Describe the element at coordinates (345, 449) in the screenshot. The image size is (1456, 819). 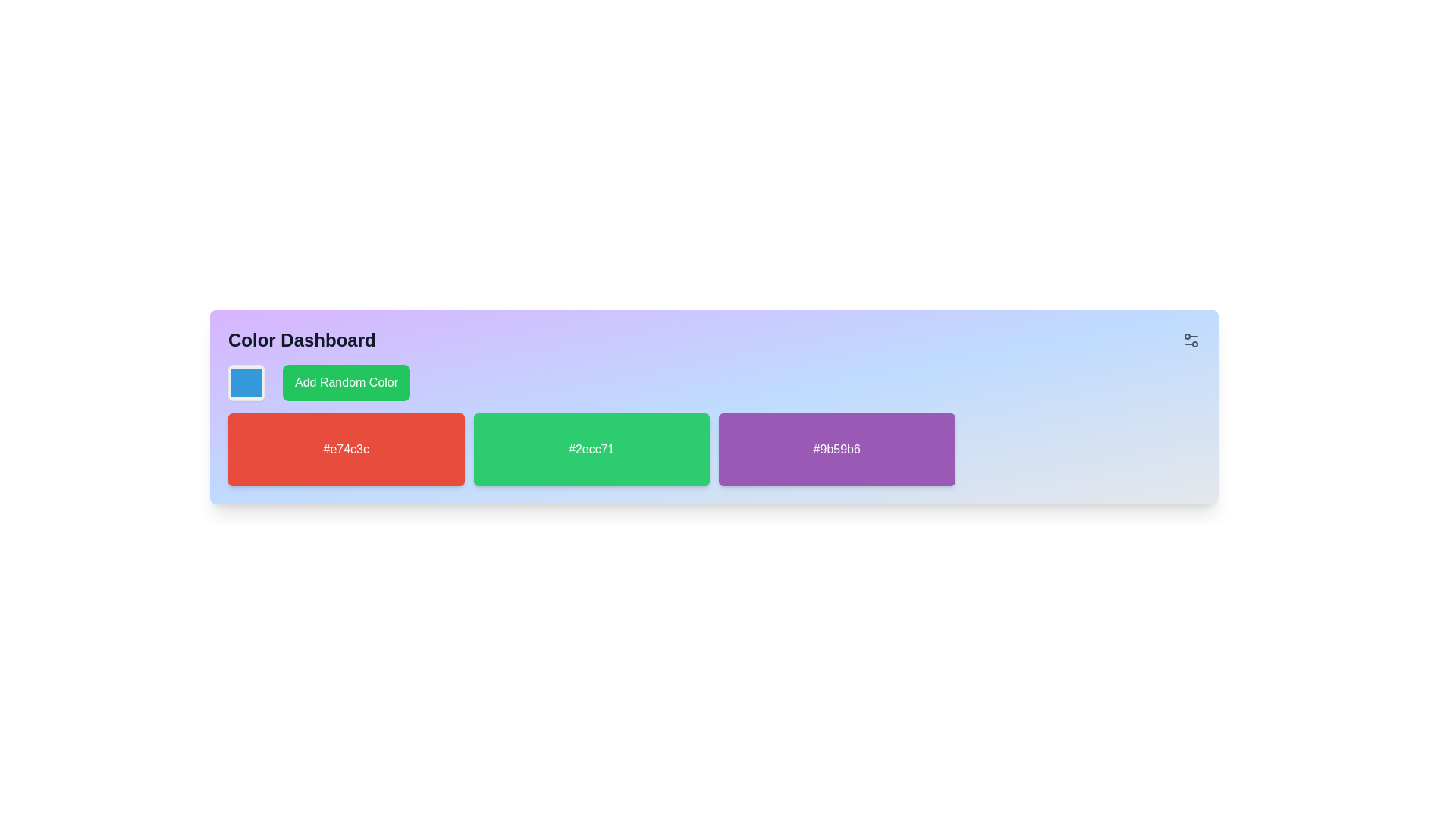
I see `the first text label displaying the color value, which is non-interactive and located on the far left of a horizontal grid of three similar buttons` at that location.